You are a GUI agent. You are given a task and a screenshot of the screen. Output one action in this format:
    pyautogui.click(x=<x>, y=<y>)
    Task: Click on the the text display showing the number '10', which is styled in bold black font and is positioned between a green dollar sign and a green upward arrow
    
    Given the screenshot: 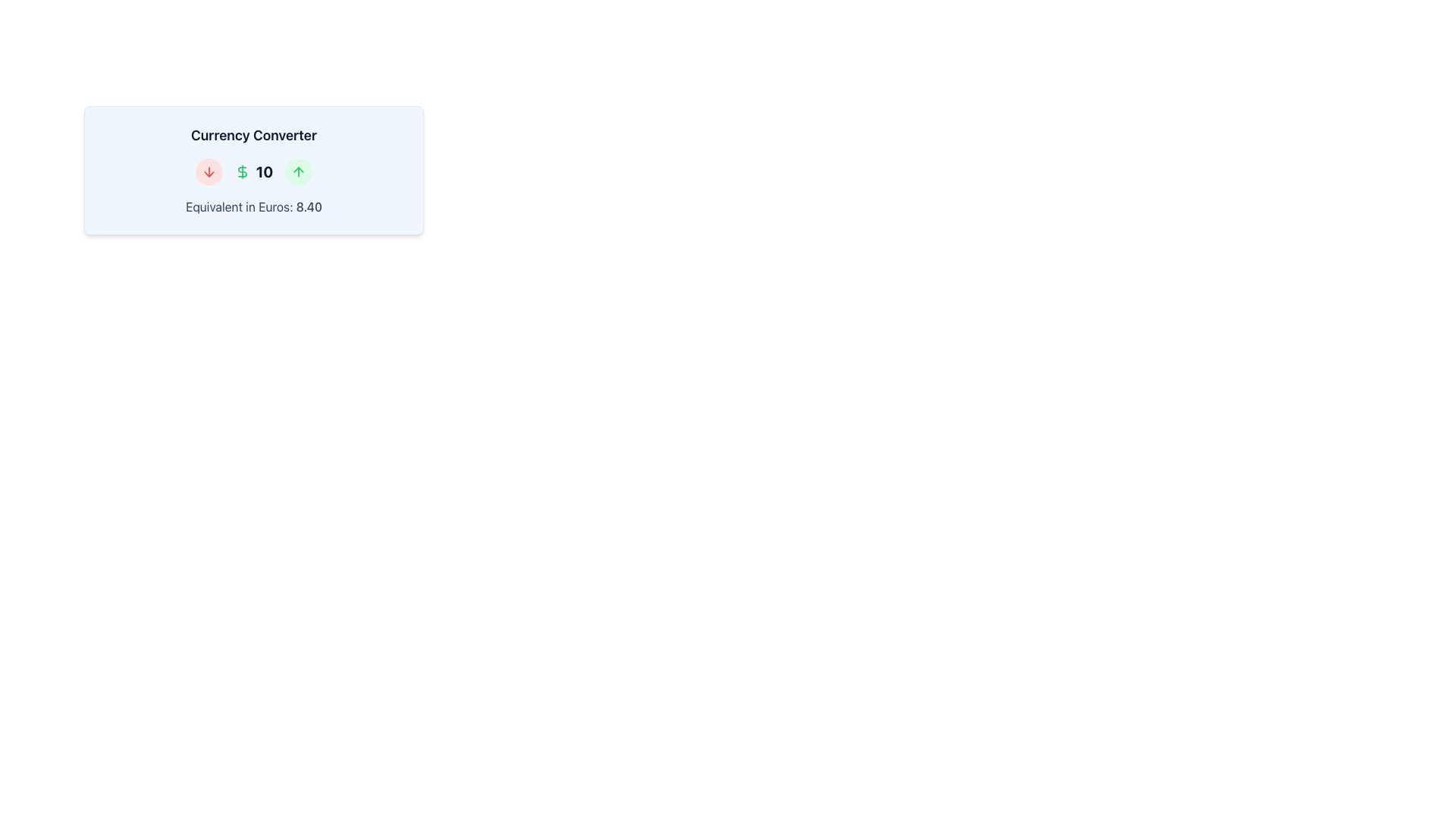 What is the action you would take?
    pyautogui.click(x=265, y=171)
    